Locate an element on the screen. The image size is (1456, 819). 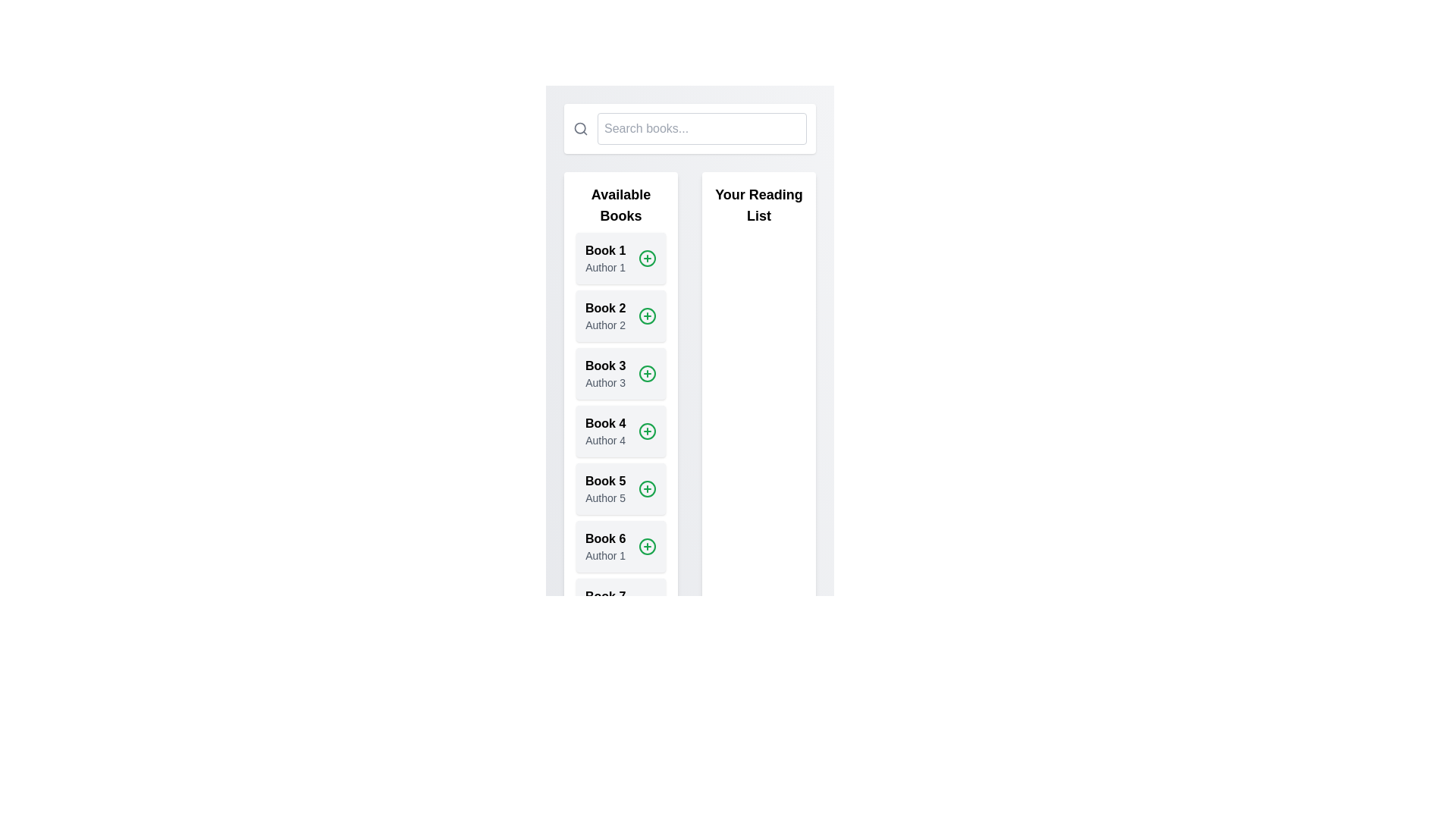
the button located to the right of the text content in the first book card is located at coordinates (648, 257).